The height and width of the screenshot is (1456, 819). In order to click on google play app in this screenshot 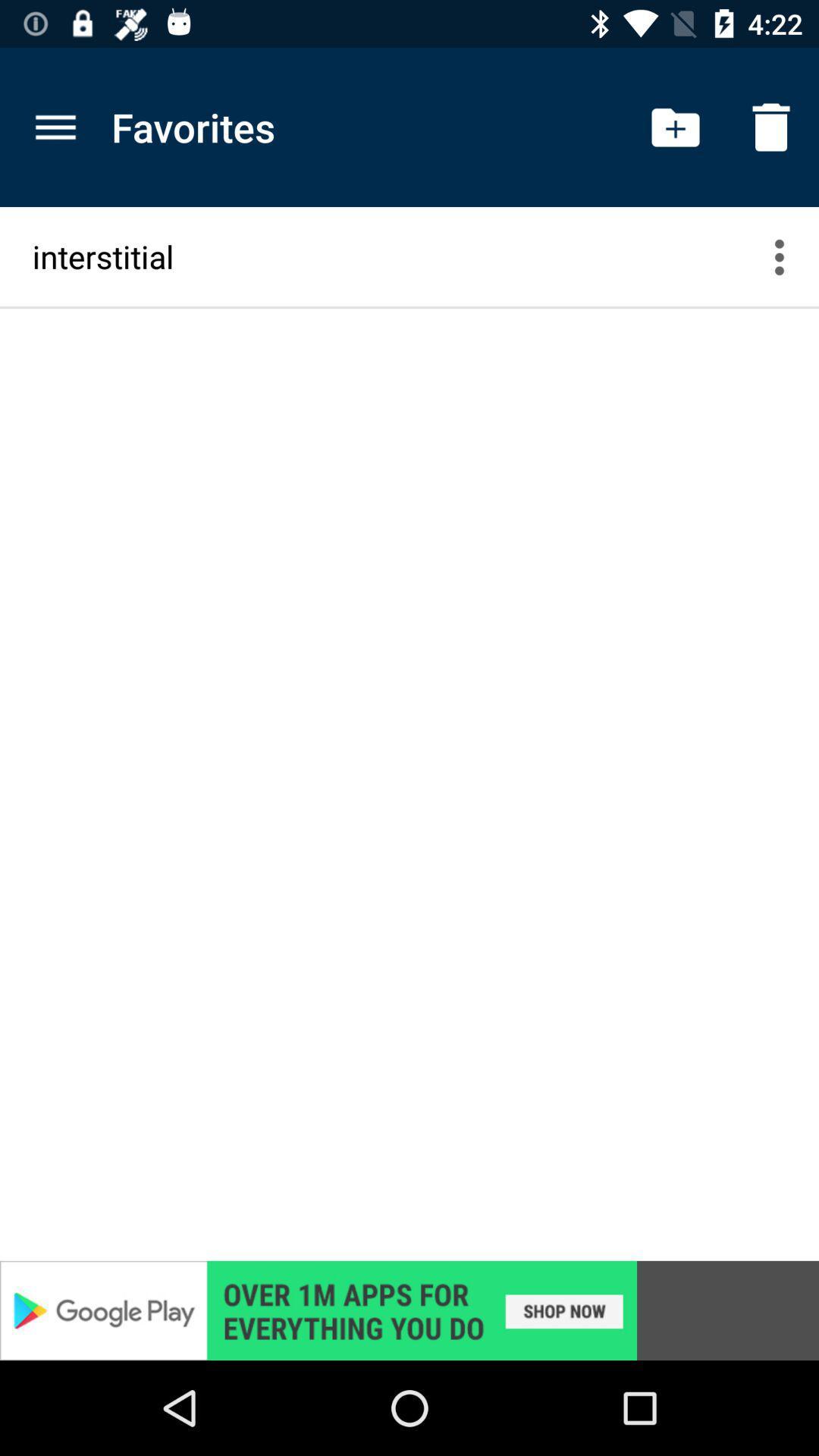, I will do `click(409, 1310)`.